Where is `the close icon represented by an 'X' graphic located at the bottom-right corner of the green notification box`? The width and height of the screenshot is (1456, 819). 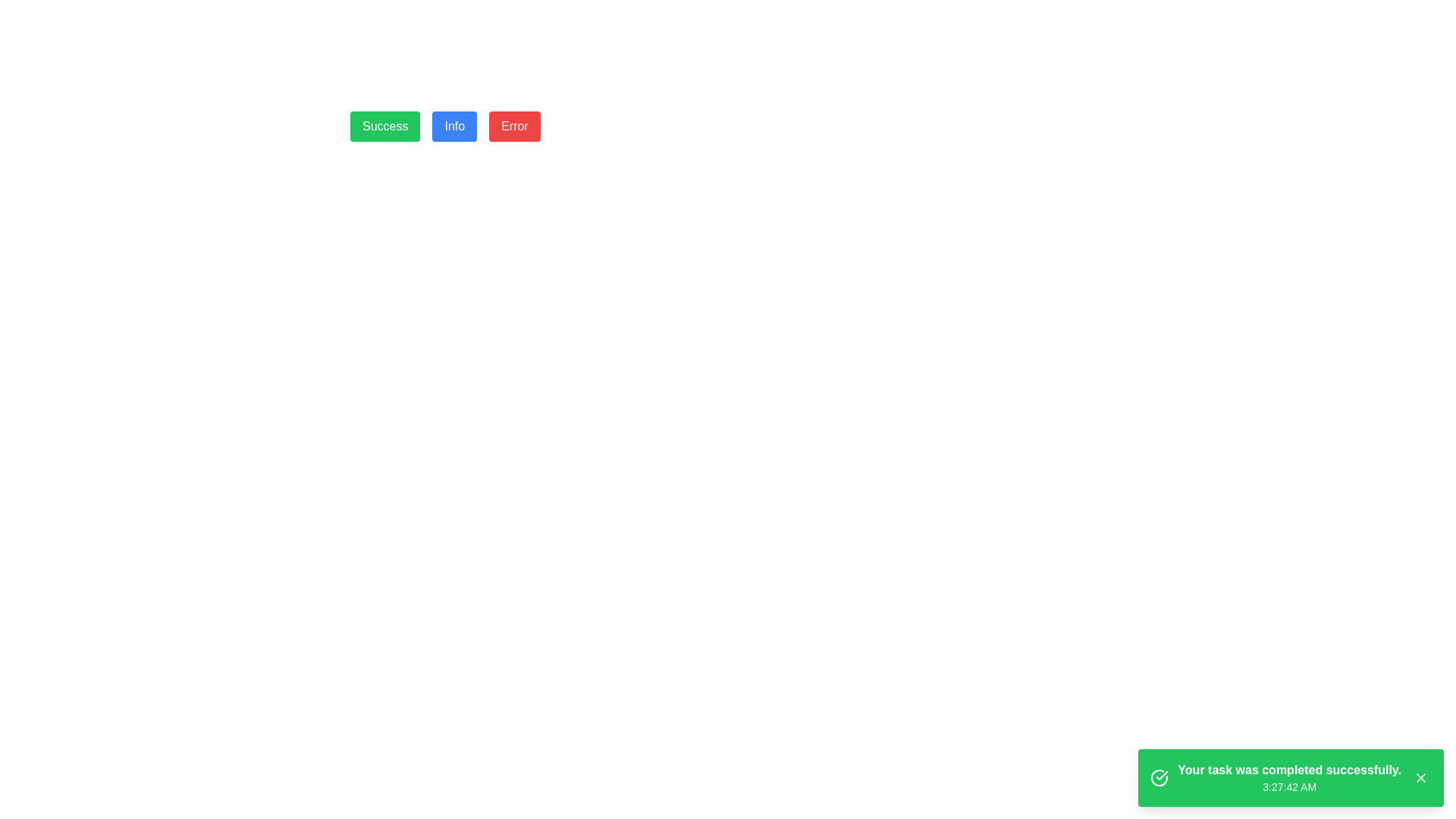
the close icon represented by an 'X' graphic located at the bottom-right corner of the green notification box is located at coordinates (1420, 778).